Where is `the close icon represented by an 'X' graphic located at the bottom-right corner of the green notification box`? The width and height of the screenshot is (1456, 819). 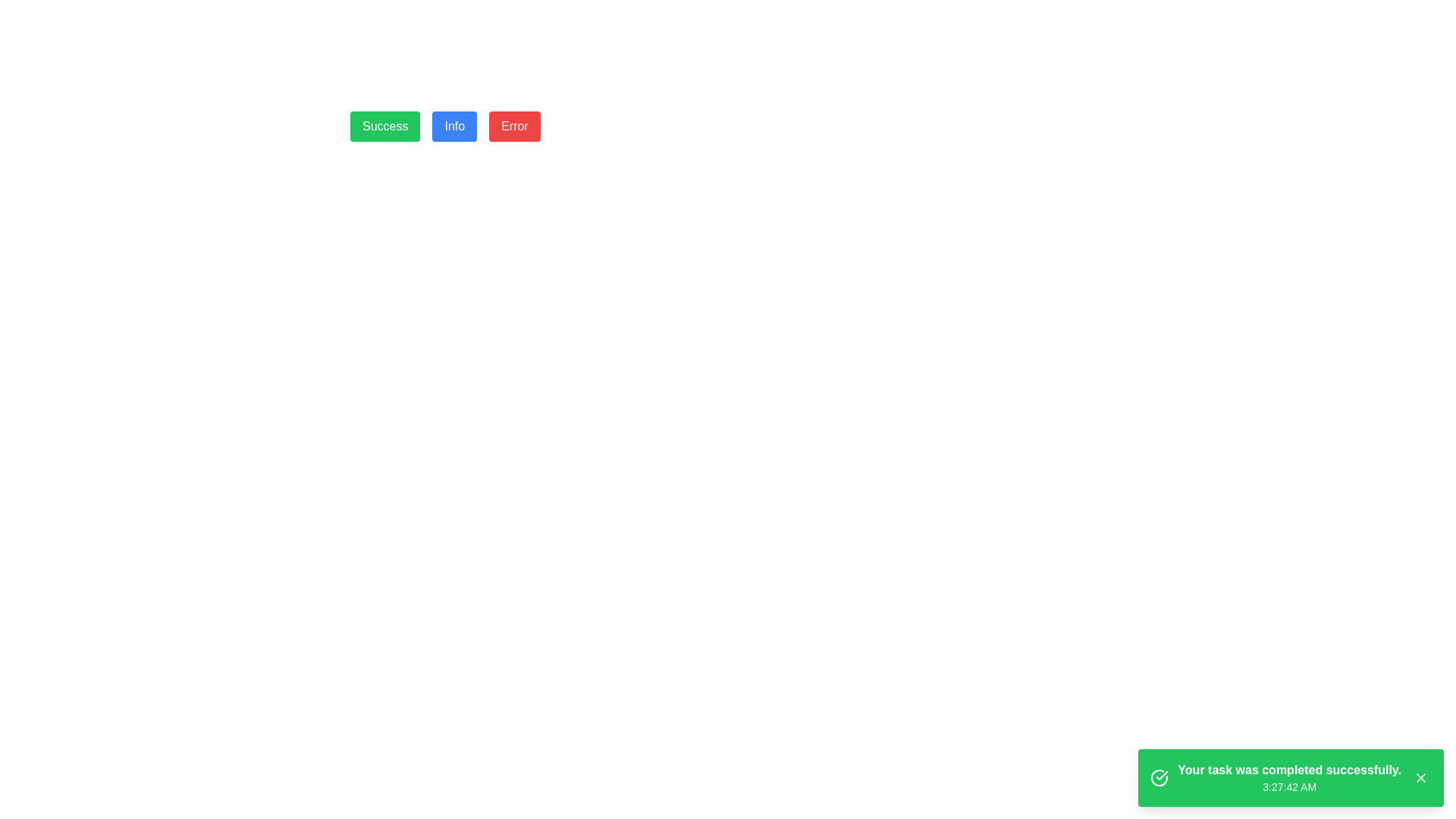
the close icon represented by an 'X' graphic located at the bottom-right corner of the green notification box is located at coordinates (1420, 778).